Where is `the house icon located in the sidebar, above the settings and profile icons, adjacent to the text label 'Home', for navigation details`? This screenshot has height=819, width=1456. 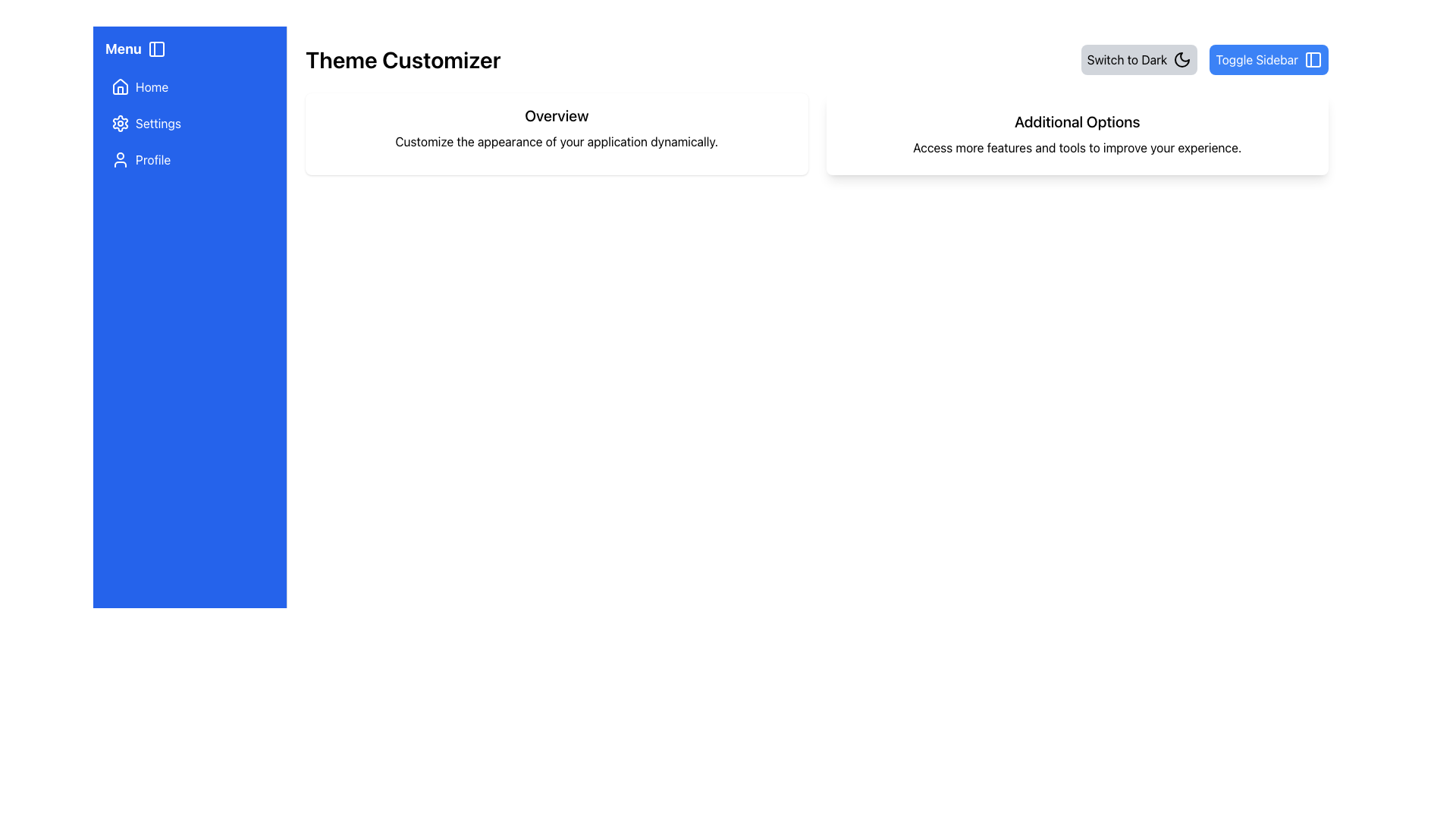 the house icon located in the sidebar, above the settings and profile icons, adjacent to the text label 'Home', for navigation details is located at coordinates (119, 86).